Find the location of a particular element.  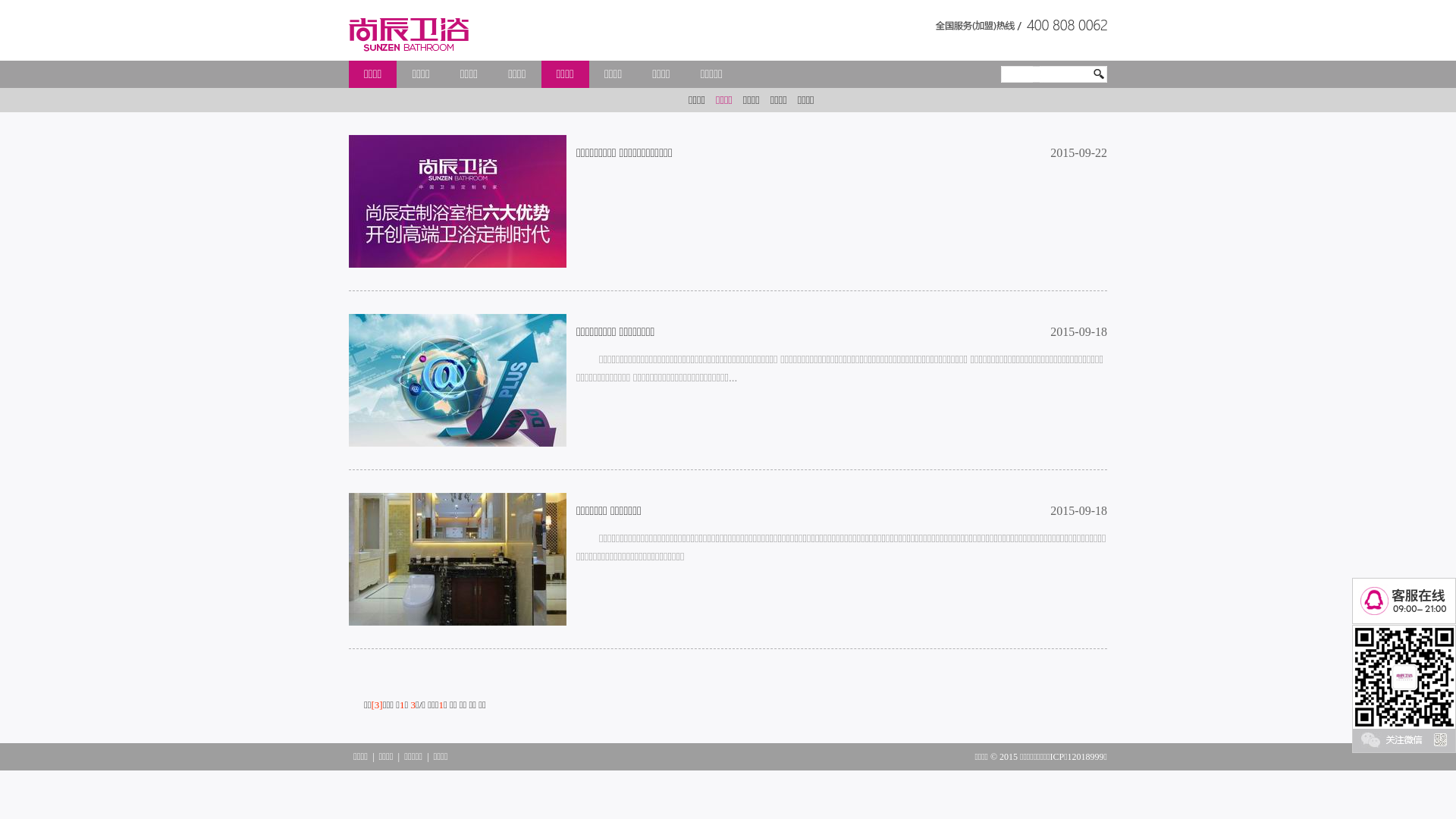

'12018999' is located at coordinates (1084, 757).